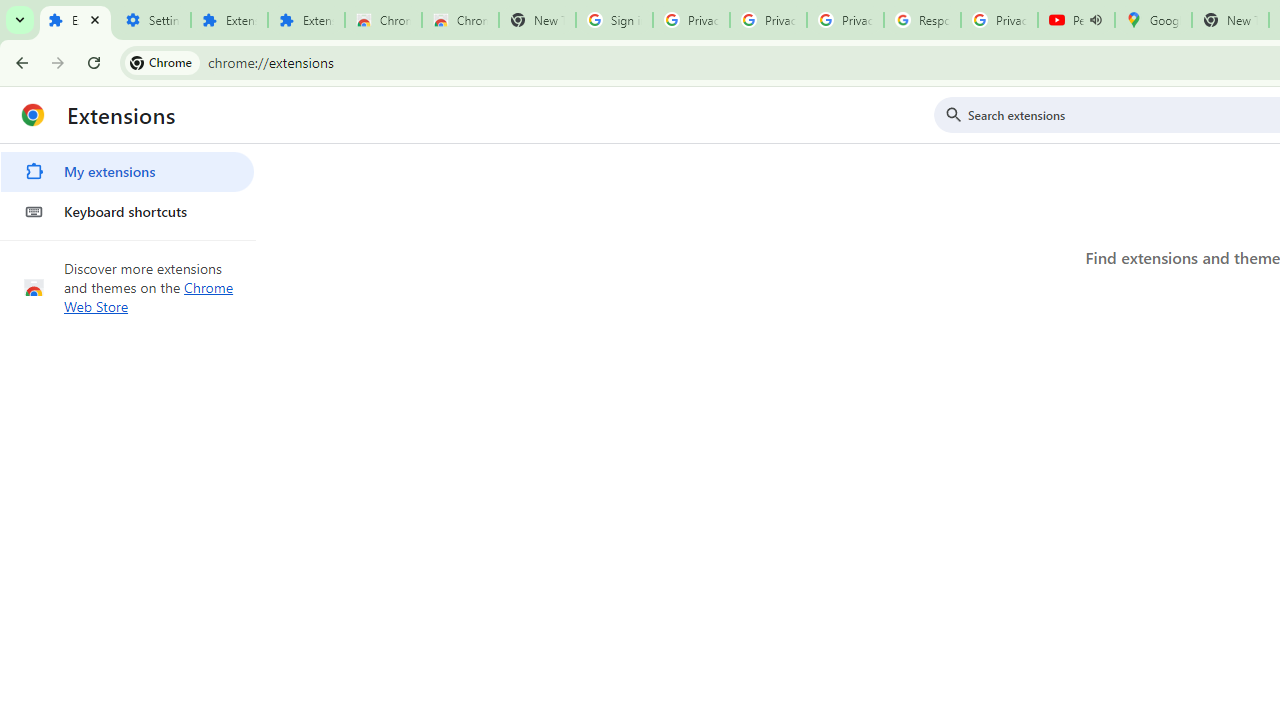 Image resolution: width=1280 pixels, height=720 pixels. Describe the element at coordinates (613, 20) in the screenshot. I see `'Sign in - Google Accounts'` at that location.